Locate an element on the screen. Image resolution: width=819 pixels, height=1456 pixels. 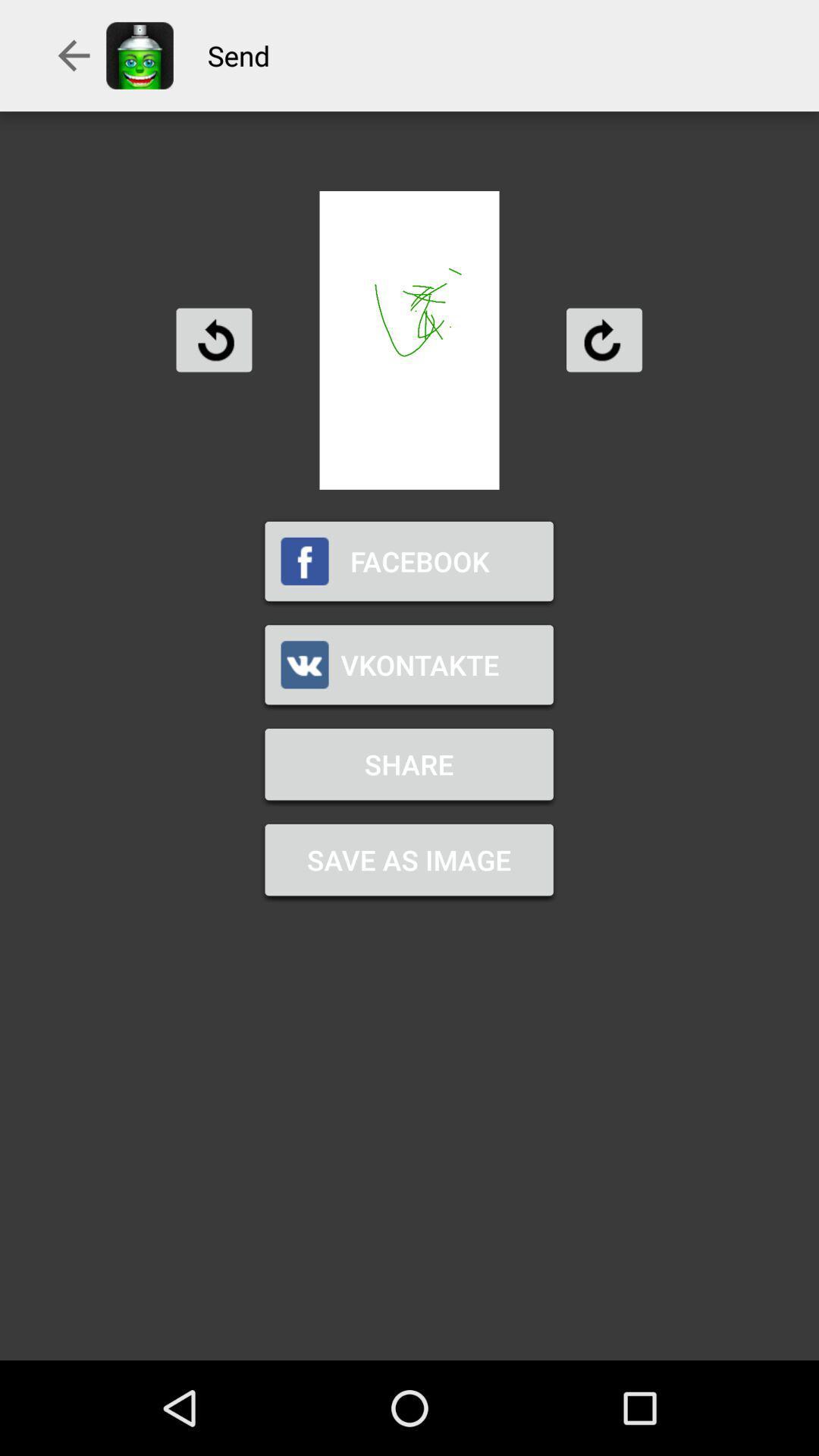
undo last move is located at coordinates (214, 339).